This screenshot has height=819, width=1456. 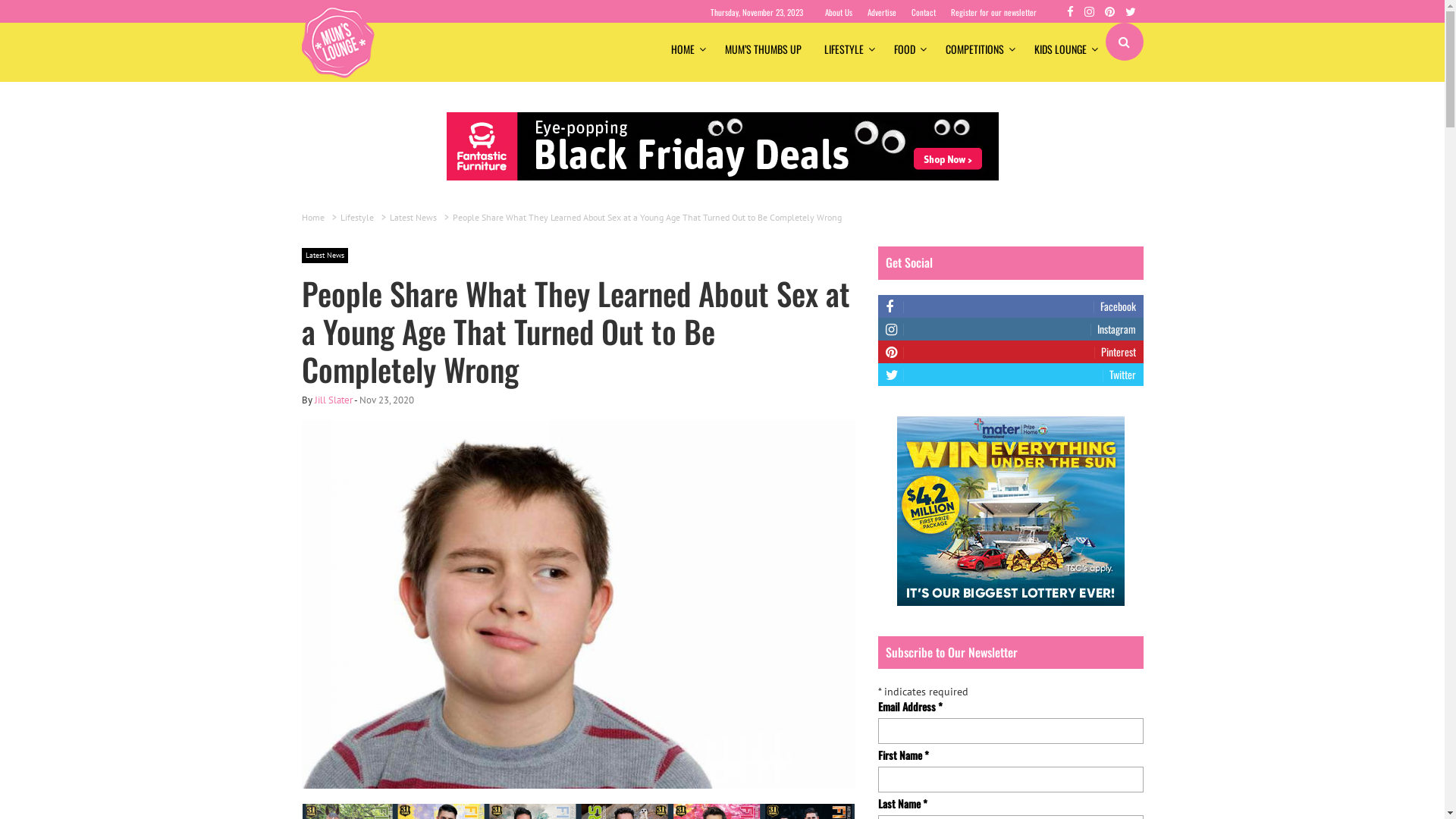 What do you see at coordinates (1062, 49) in the screenshot?
I see `'KIDS LOUNGE'` at bounding box center [1062, 49].